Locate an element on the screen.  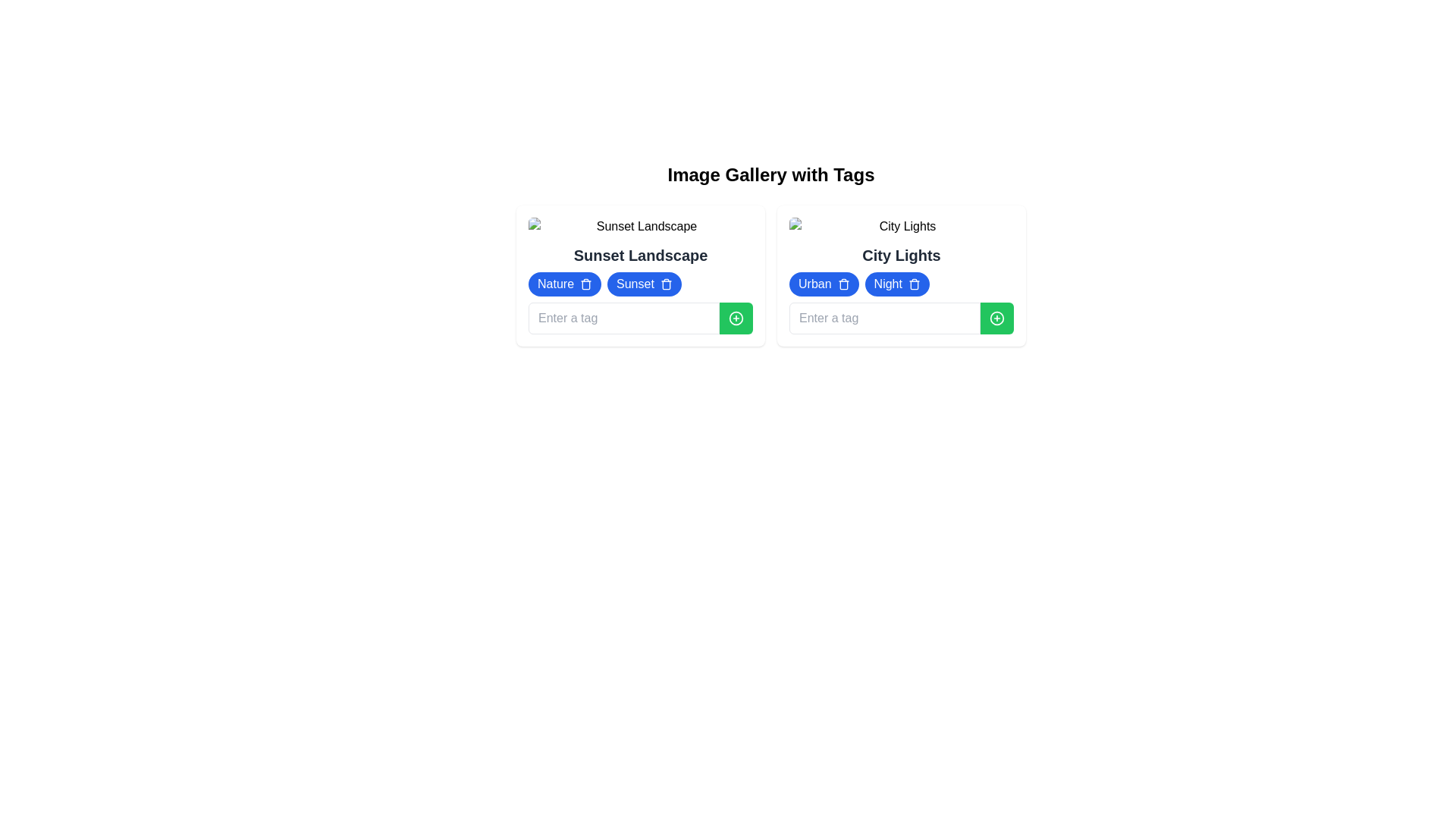
the SVG Circle part of the button icon, which is a decorative component indicating the action to add a new tag or item, located within the first gallery card under the 'Sunset Landscape' section is located at coordinates (736, 318).